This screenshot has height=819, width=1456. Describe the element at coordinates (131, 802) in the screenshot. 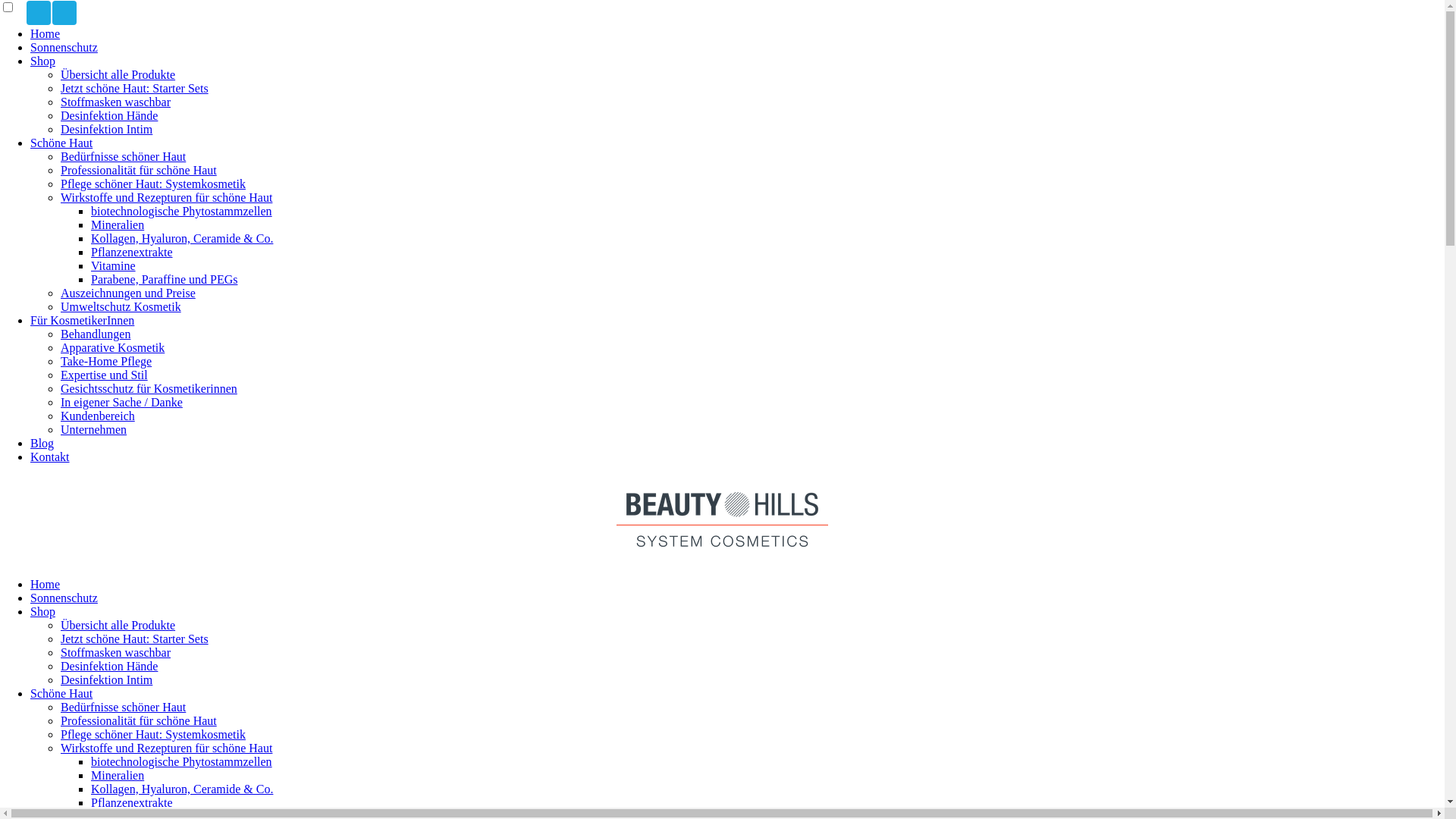

I see `'Pflanzenextrakte'` at that location.